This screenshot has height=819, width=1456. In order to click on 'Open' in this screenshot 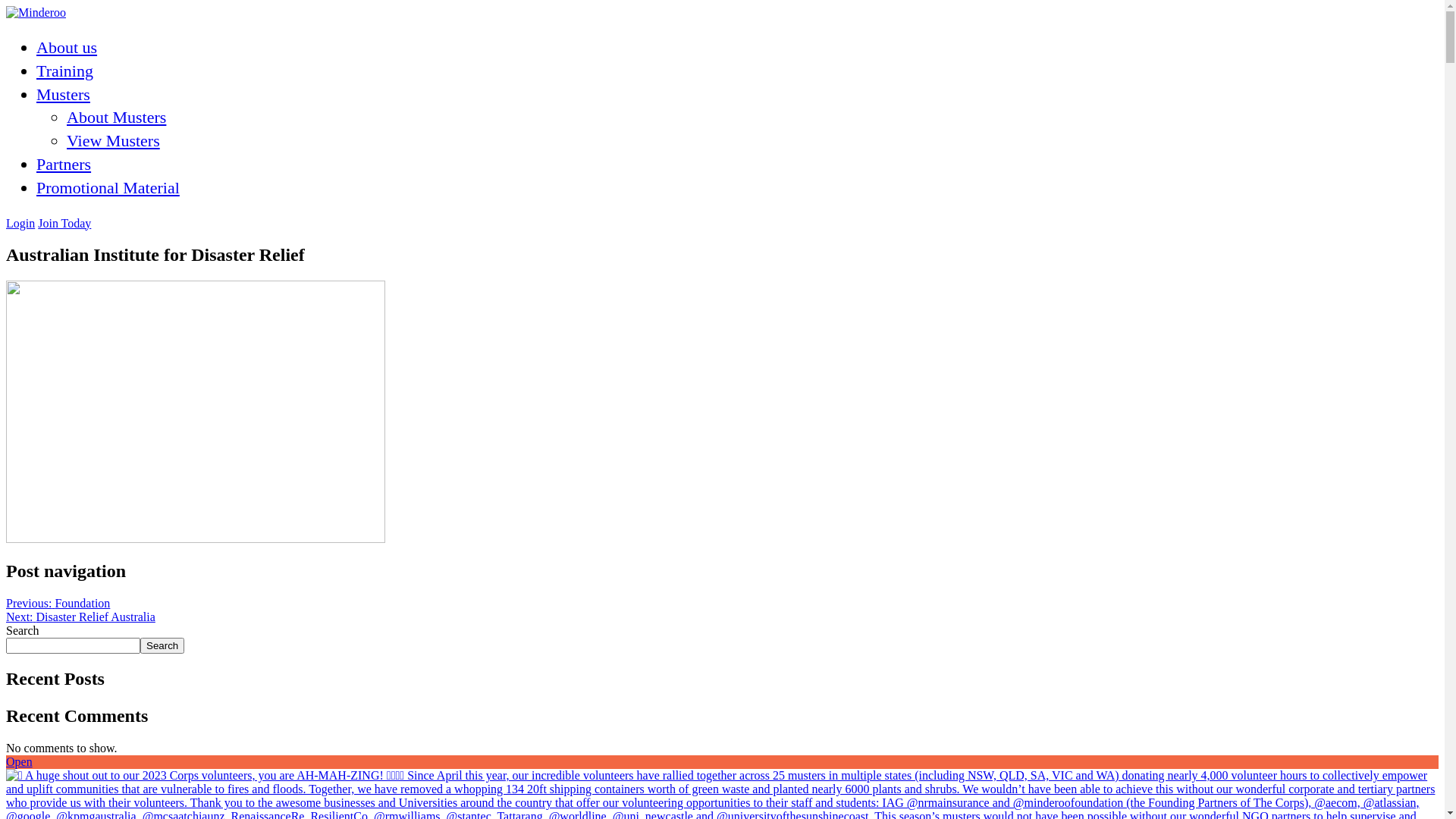, I will do `click(19, 761)`.